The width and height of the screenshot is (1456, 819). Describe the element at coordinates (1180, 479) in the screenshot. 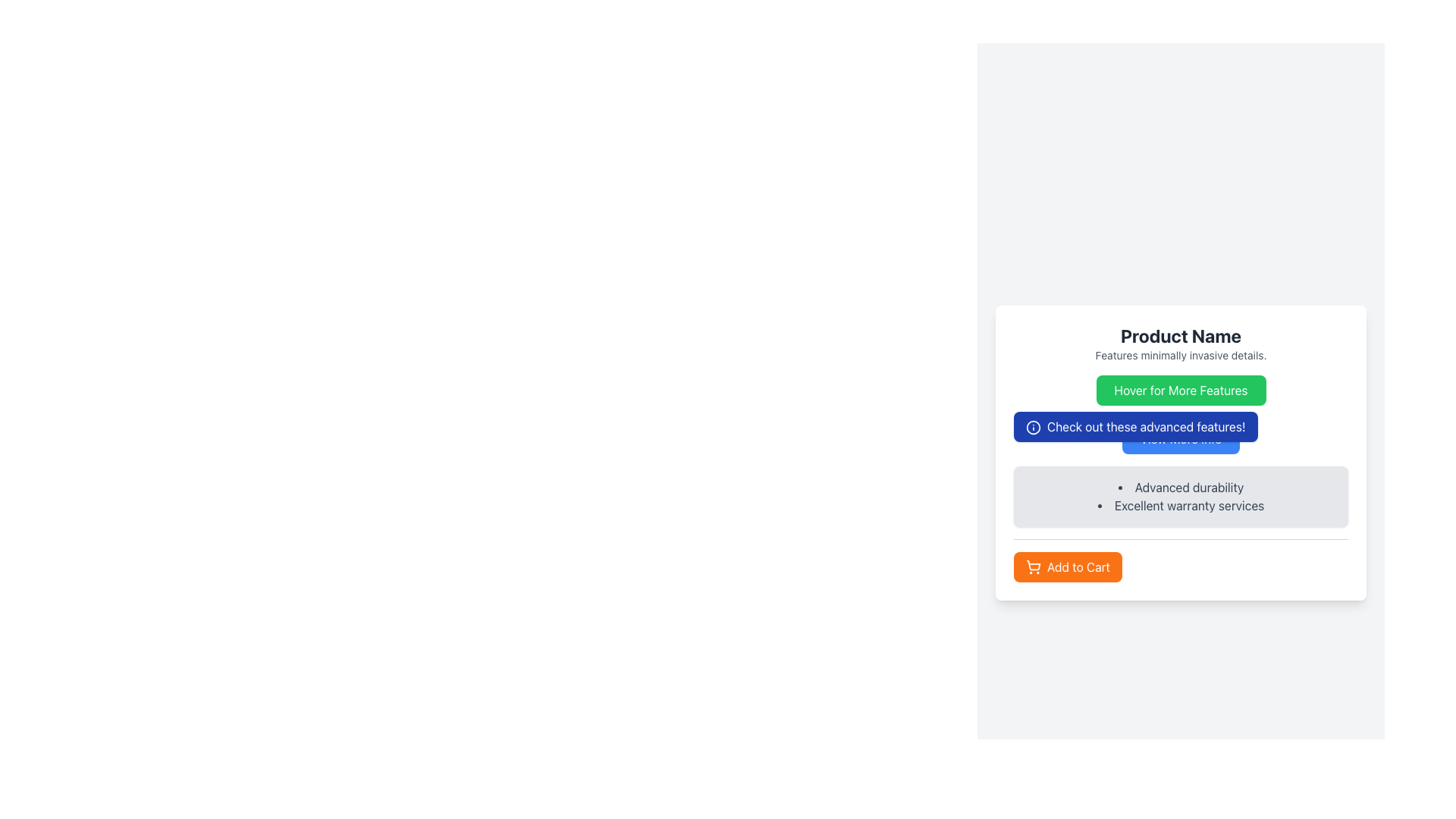

I see `the Informational panel which is a gray, rounded rectangular box displaying bullet points 'Advanced durability' and 'Excellent warranty services'` at that location.